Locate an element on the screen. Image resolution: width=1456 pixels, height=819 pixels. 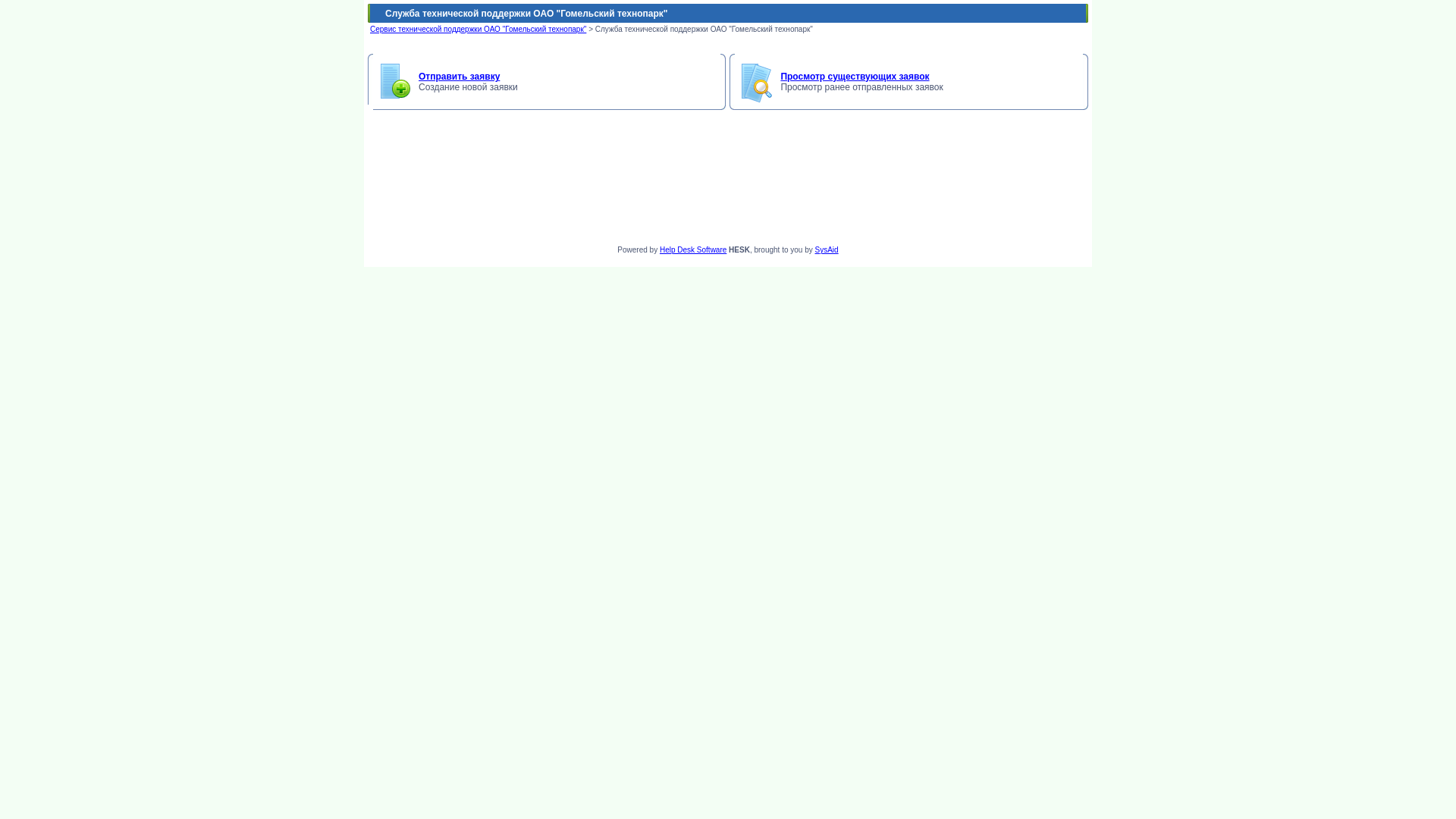
'Help Desk Software' is located at coordinates (692, 249).